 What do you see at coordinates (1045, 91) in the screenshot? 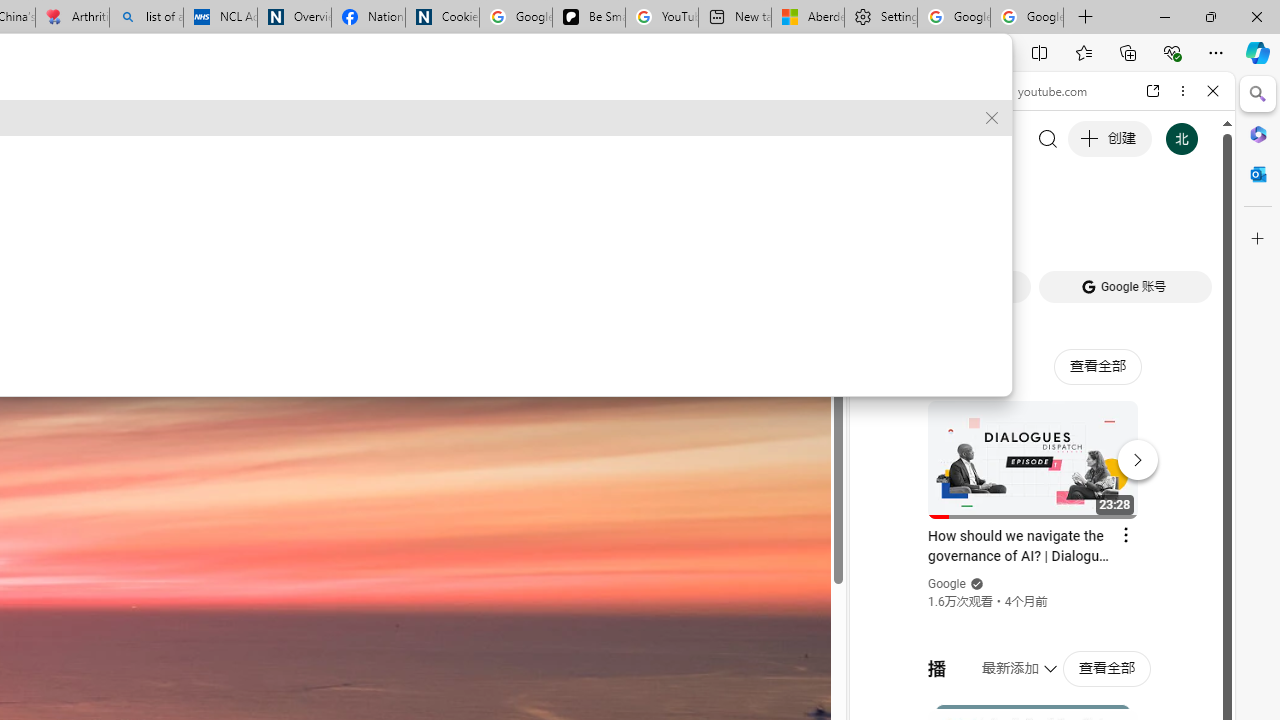
I see `'youtube.com'` at bounding box center [1045, 91].